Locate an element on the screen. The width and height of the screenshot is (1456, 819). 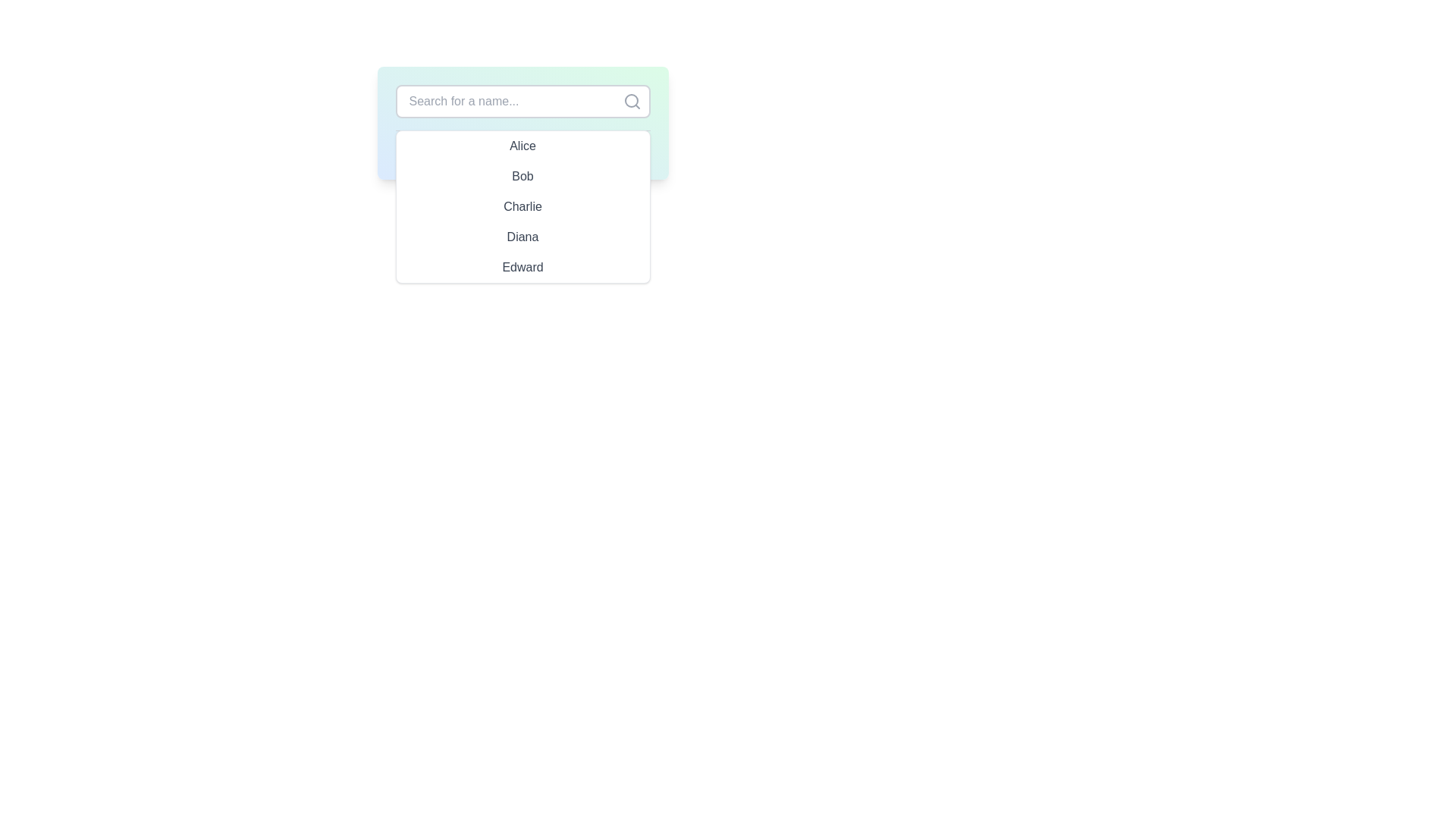
the SVG Circle element that represents the magnifying glass lens in the search icon, located at the end of the input field with placeholder text 'Search for a name...' is located at coordinates (631, 100).